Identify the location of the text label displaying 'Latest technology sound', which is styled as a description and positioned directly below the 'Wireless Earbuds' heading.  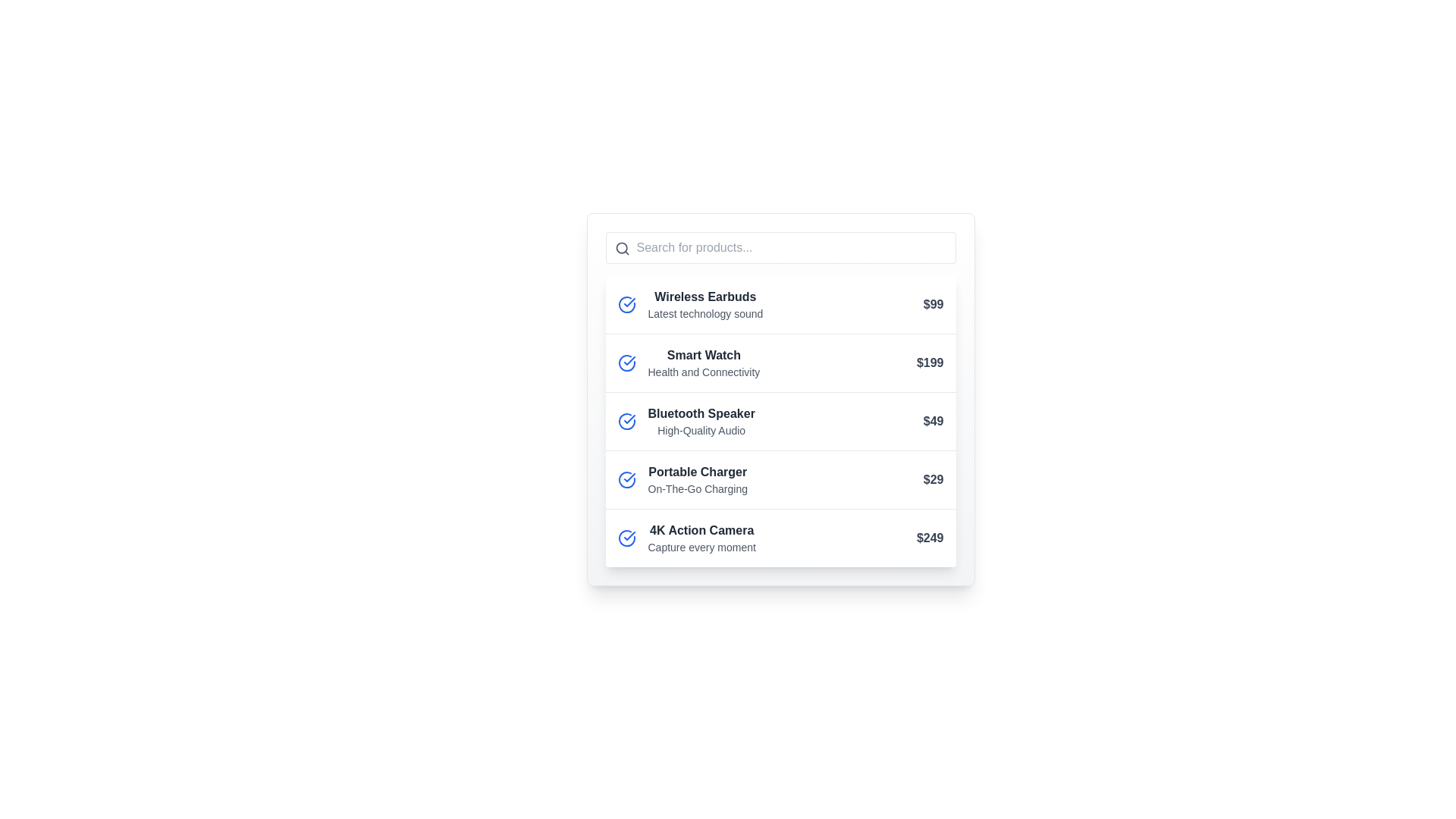
(704, 312).